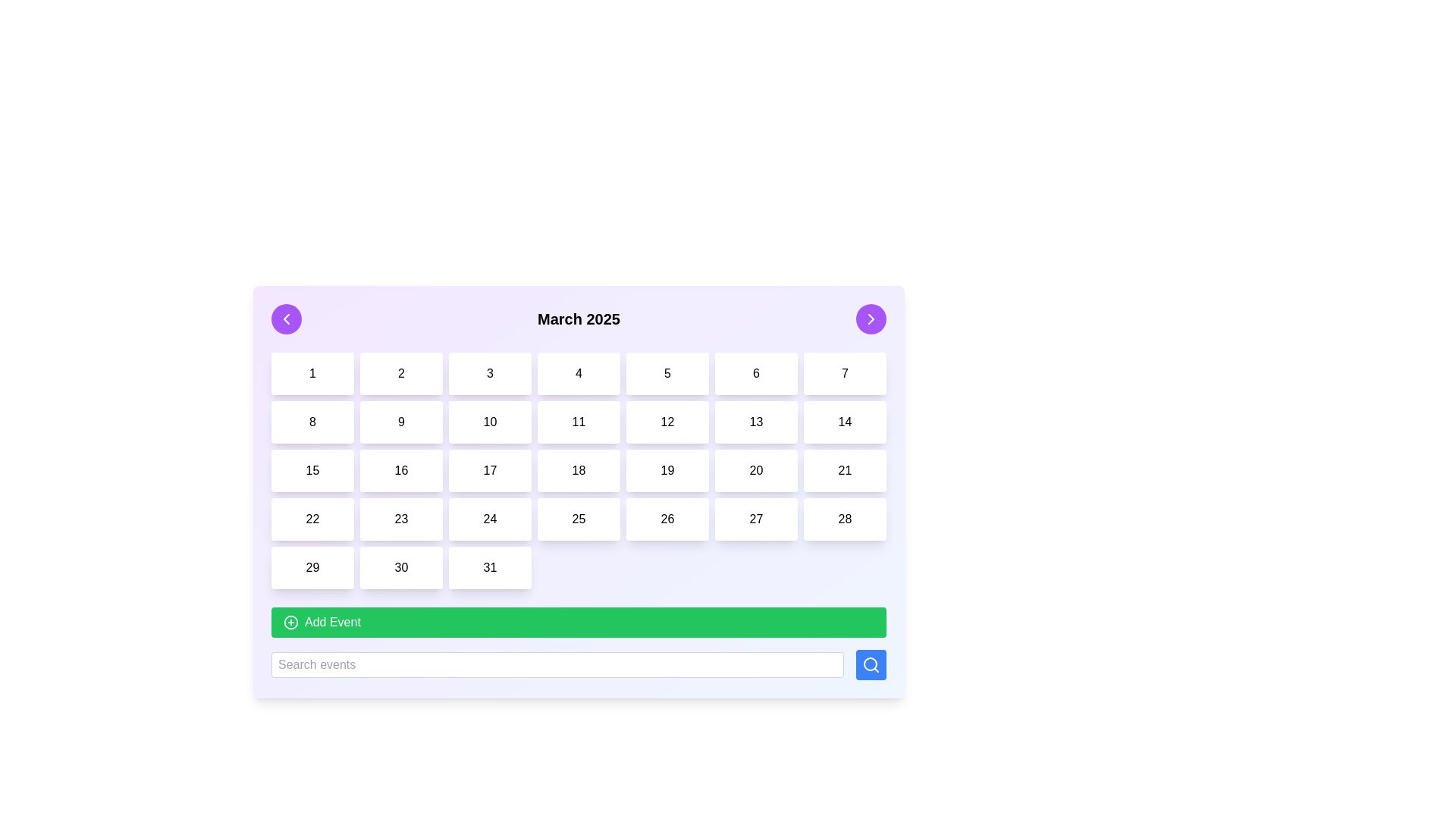  I want to click on the Date Tile displaying the number '5', which is a white rectangular block with rounded corners located centrally in the upper portion of the calendar layout, so click(667, 374).